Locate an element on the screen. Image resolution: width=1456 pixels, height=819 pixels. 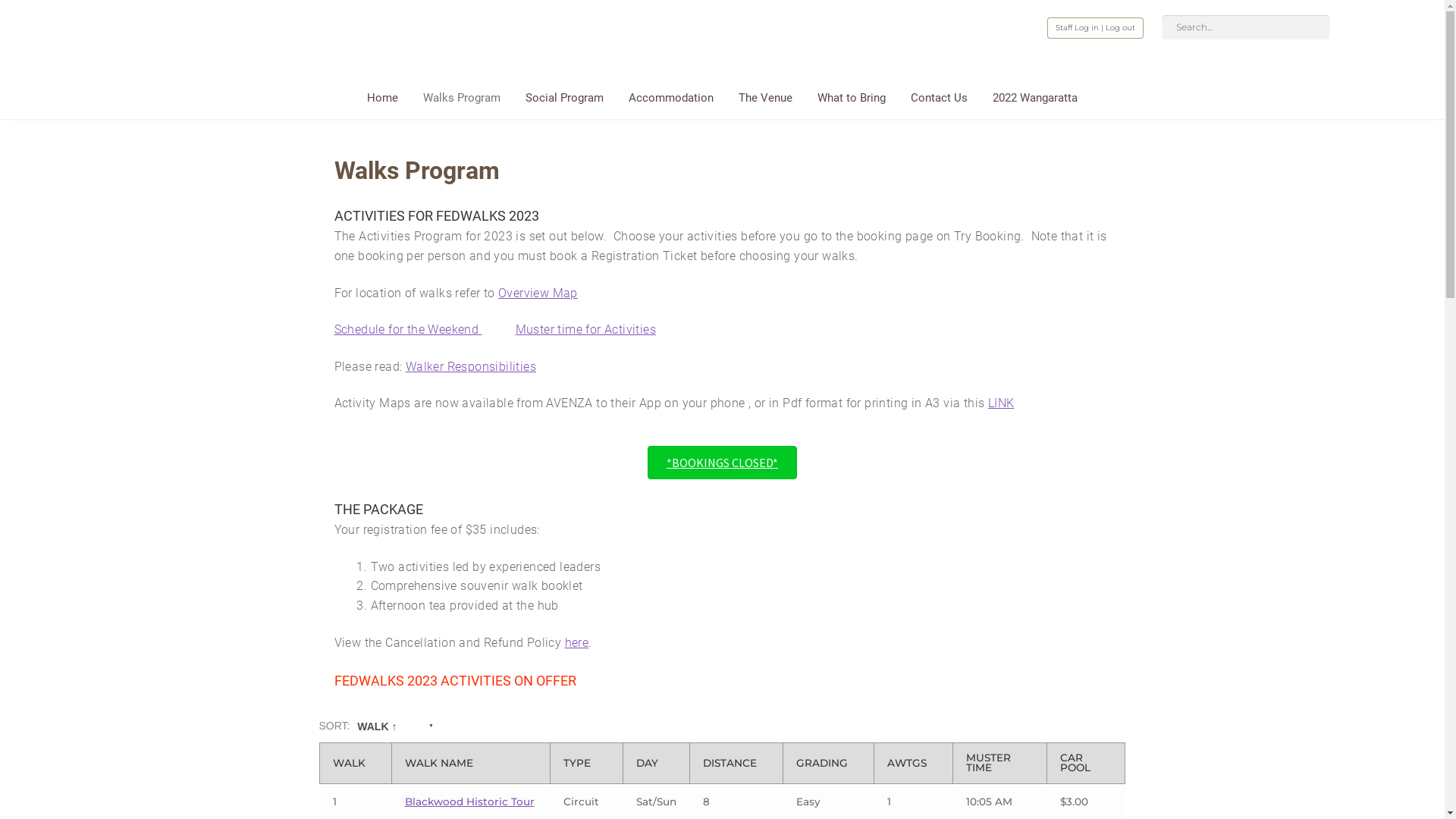
'Muster time for Activities' is located at coordinates (585, 328).